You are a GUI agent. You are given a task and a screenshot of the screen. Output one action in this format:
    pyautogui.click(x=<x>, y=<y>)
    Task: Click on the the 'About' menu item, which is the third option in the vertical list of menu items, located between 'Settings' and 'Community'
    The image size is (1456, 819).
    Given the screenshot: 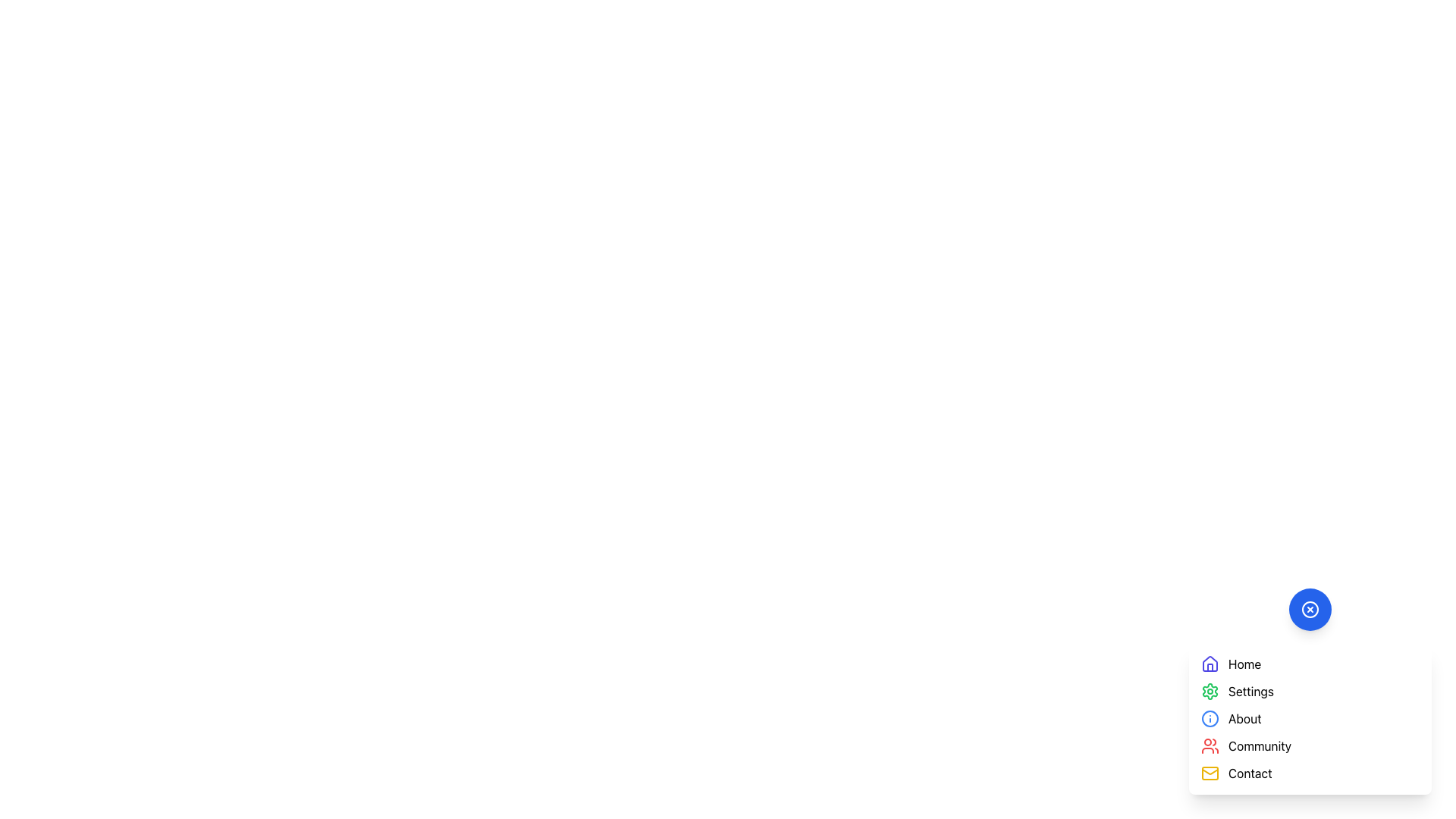 What is the action you would take?
    pyautogui.click(x=1310, y=718)
    